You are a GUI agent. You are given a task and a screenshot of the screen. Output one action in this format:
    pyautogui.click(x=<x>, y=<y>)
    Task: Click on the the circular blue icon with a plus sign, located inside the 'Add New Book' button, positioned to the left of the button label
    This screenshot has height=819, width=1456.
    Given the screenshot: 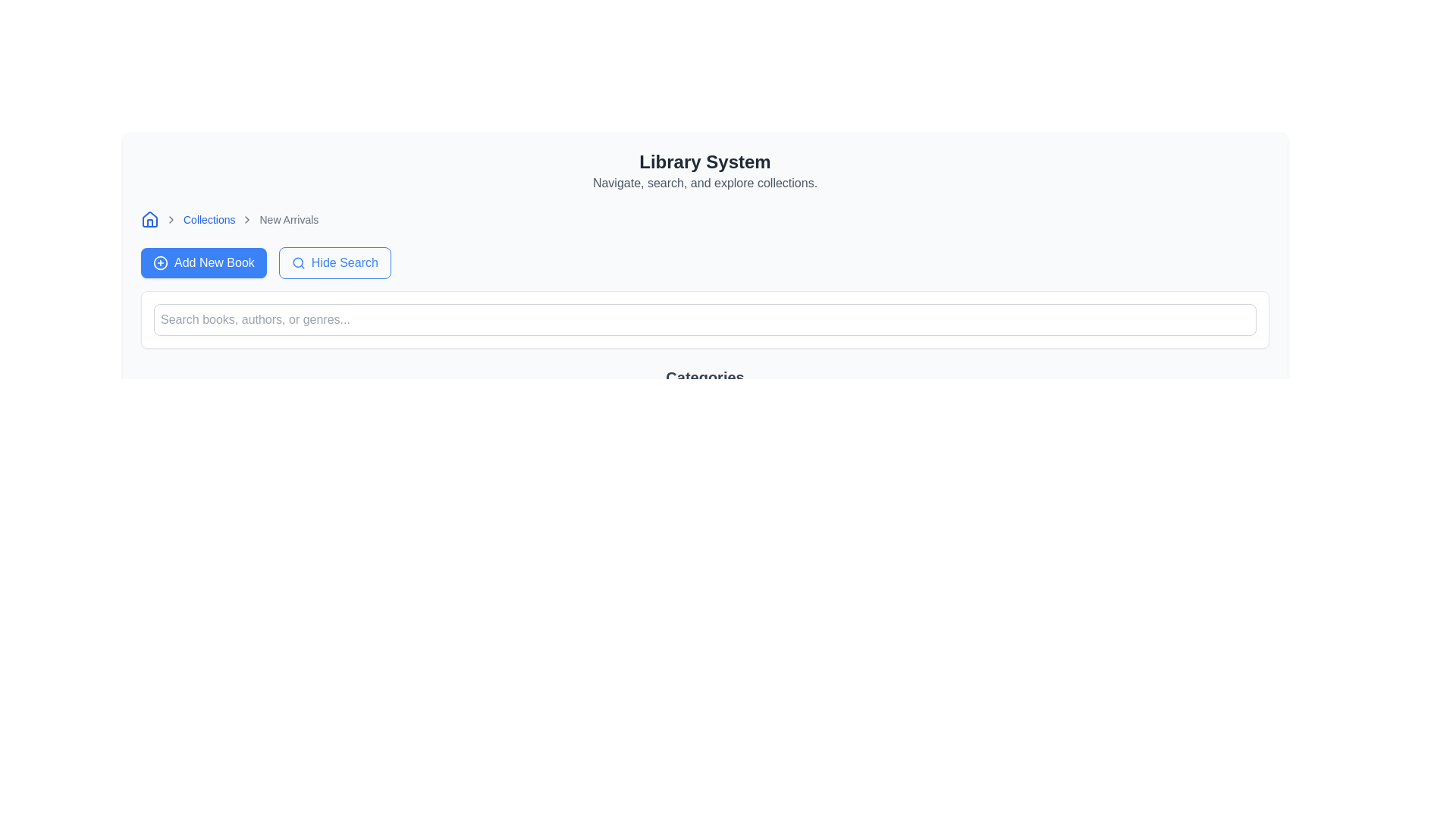 What is the action you would take?
    pyautogui.click(x=160, y=262)
    